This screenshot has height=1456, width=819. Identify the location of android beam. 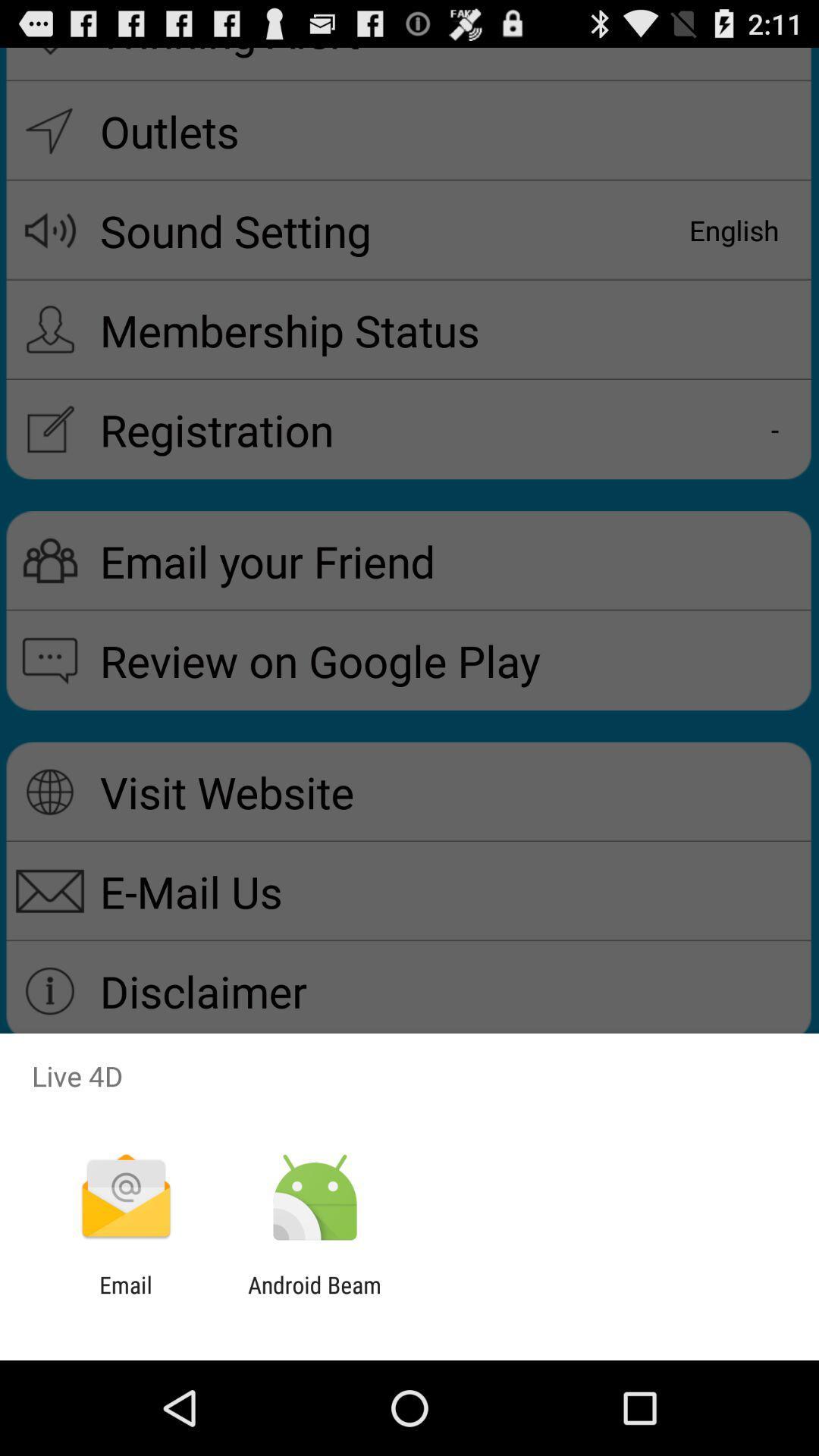
(314, 1298).